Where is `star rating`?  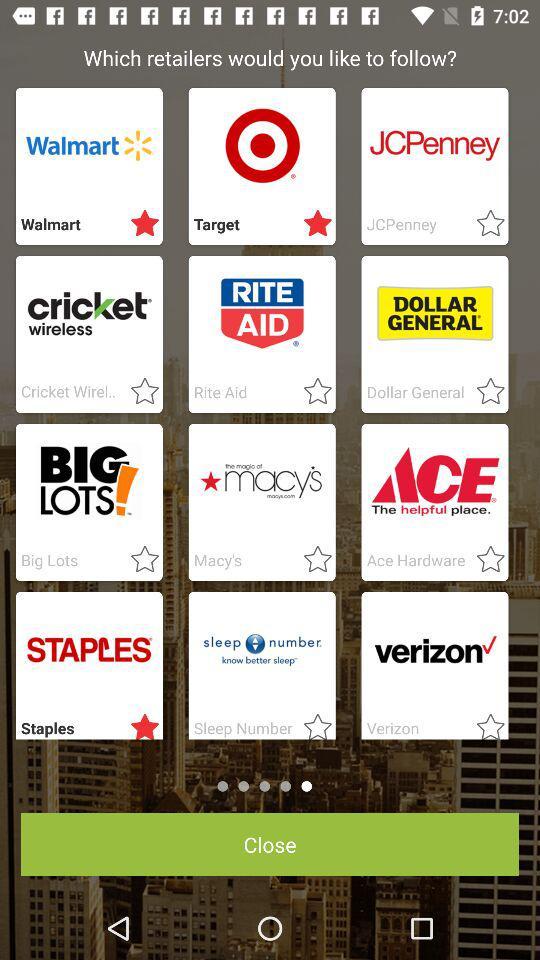
star rating is located at coordinates (138, 722).